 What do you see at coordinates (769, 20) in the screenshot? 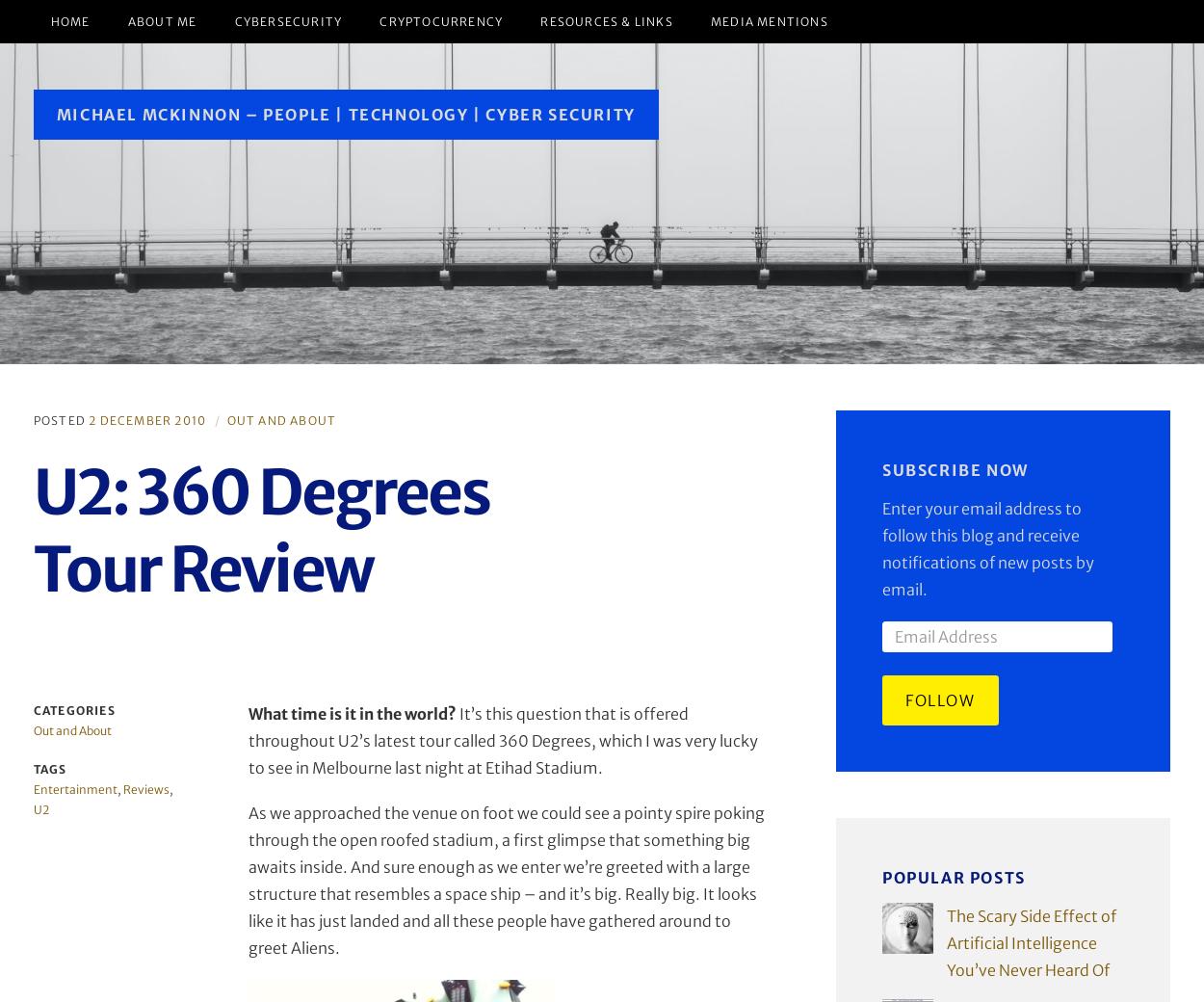
I see `'Media Mentions'` at bounding box center [769, 20].